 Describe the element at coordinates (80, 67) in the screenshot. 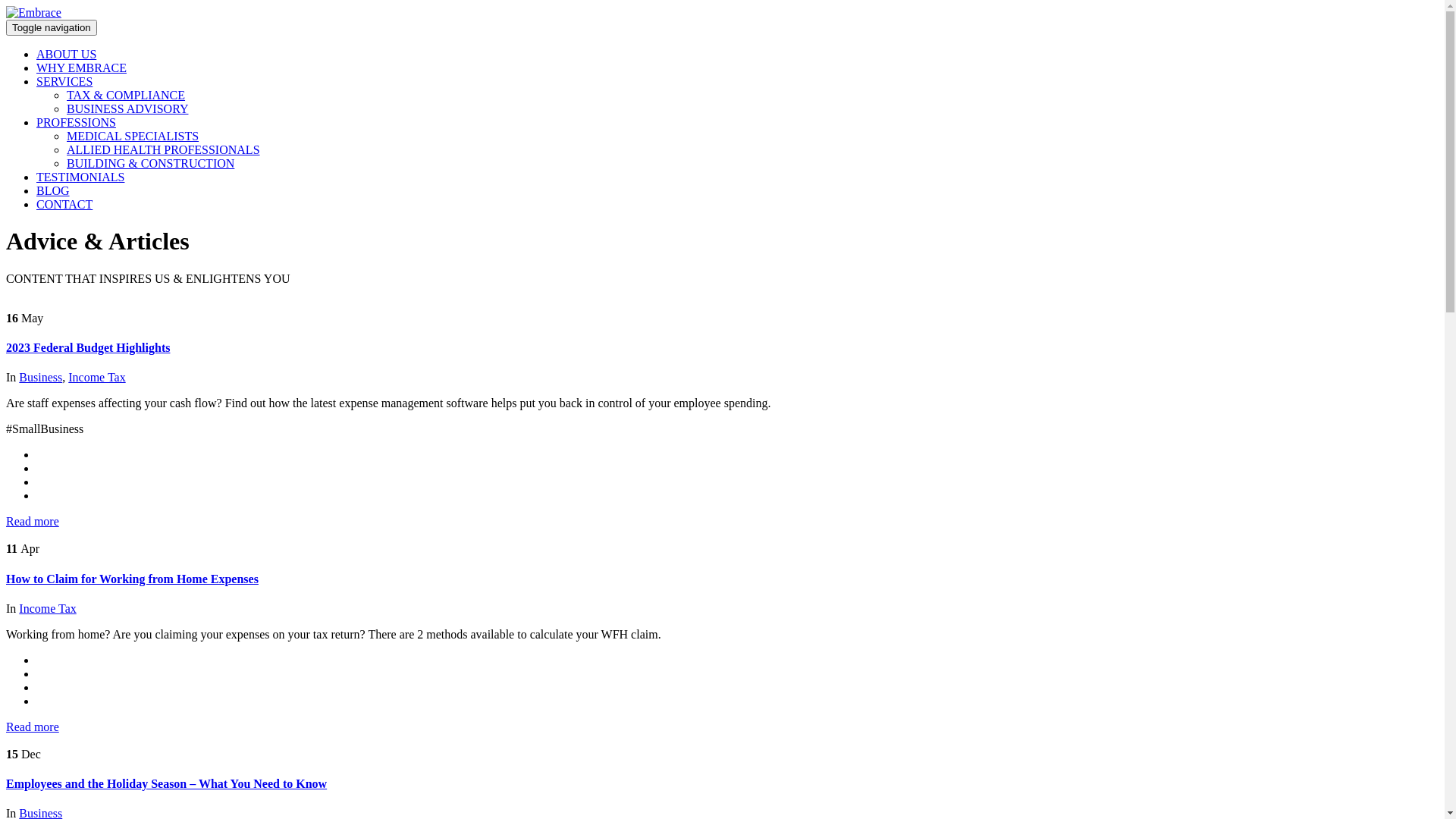

I see `'WHY EMBRACE'` at that location.